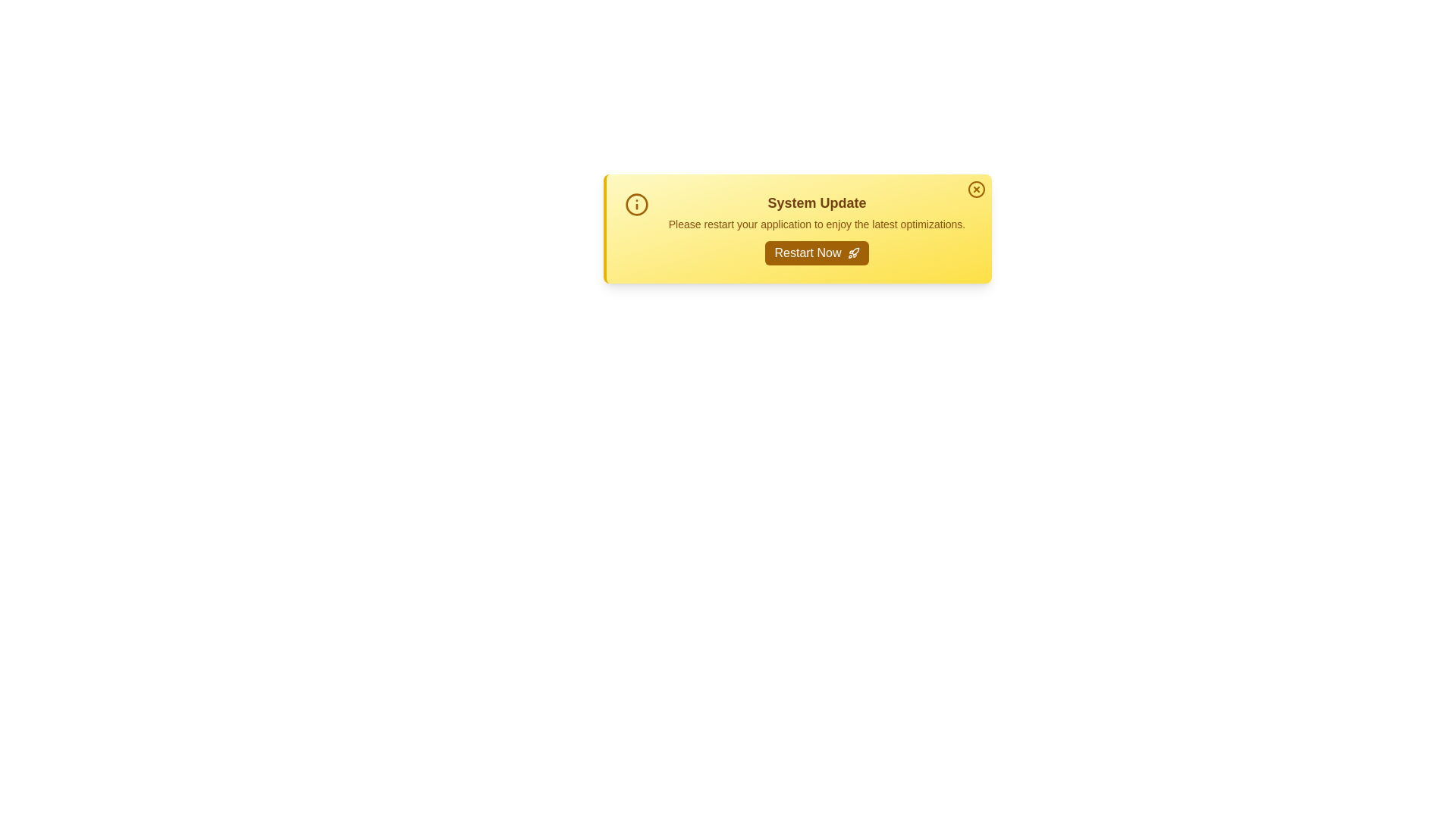  What do you see at coordinates (976, 189) in the screenshot?
I see `the close button to dismiss the alert` at bounding box center [976, 189].